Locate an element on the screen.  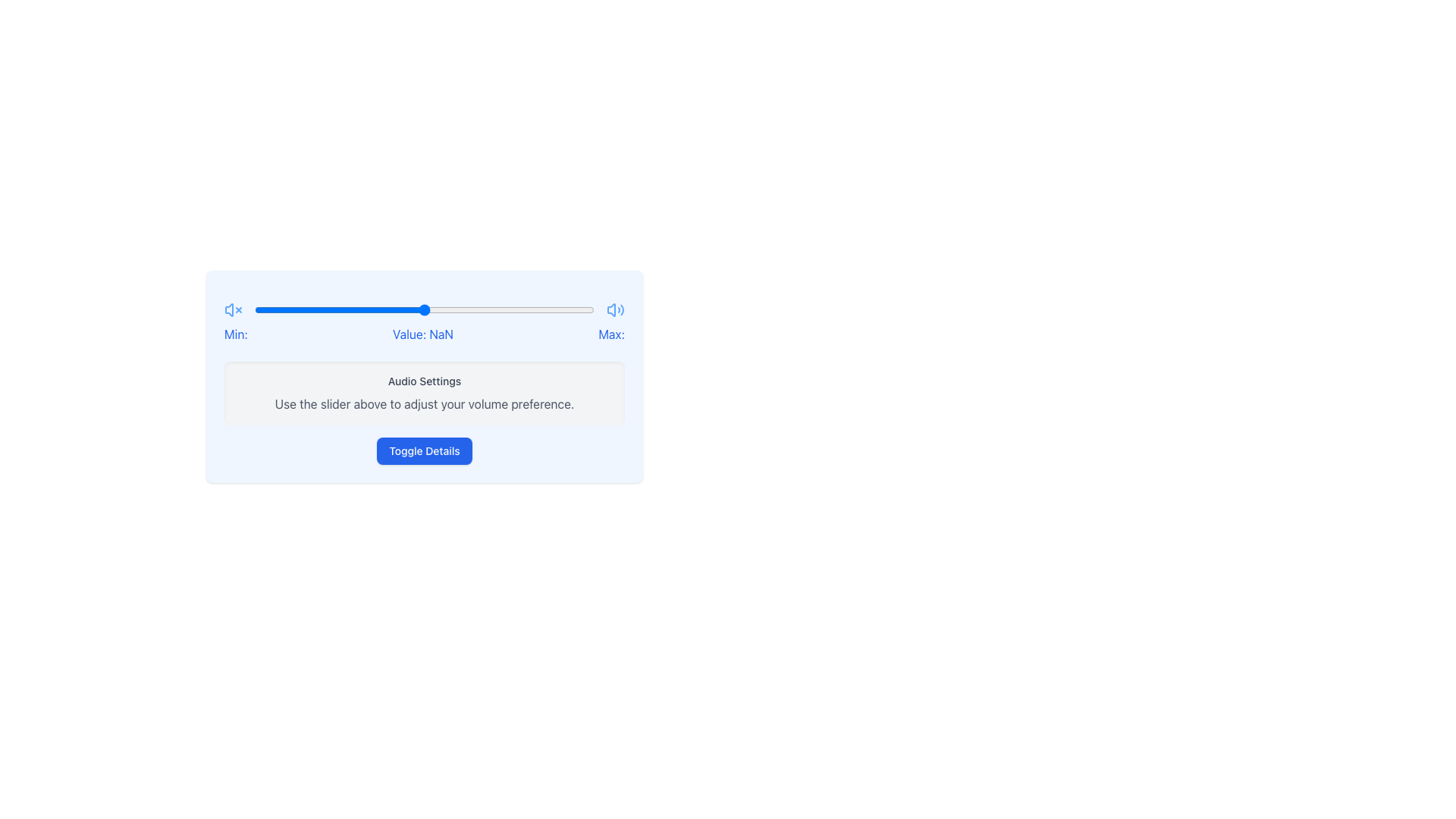
the slider is located at coordinates (262, 309).